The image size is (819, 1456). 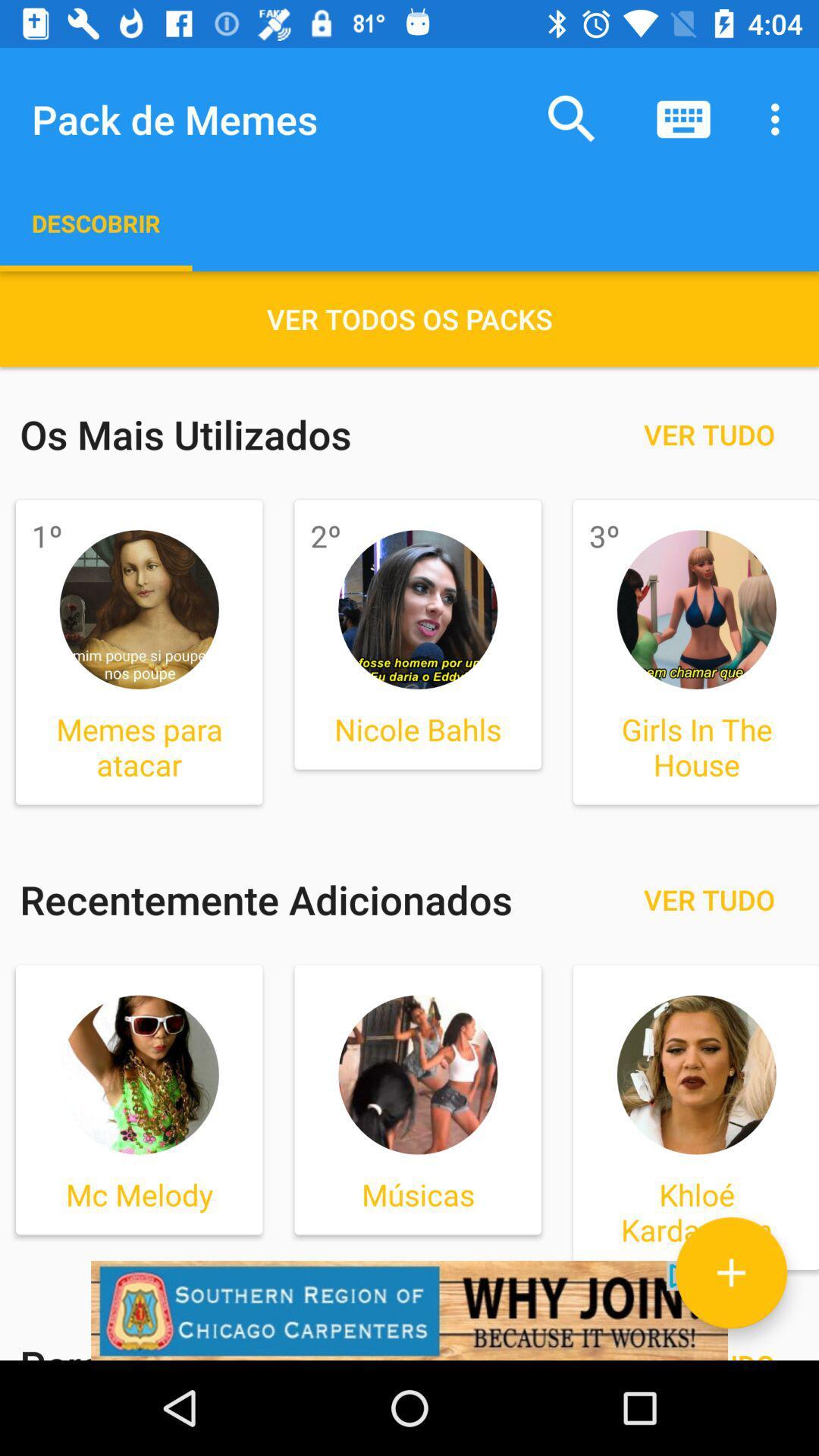 I want to click on advertisement to join chicago carpenters, so click(x=409, y=1310).